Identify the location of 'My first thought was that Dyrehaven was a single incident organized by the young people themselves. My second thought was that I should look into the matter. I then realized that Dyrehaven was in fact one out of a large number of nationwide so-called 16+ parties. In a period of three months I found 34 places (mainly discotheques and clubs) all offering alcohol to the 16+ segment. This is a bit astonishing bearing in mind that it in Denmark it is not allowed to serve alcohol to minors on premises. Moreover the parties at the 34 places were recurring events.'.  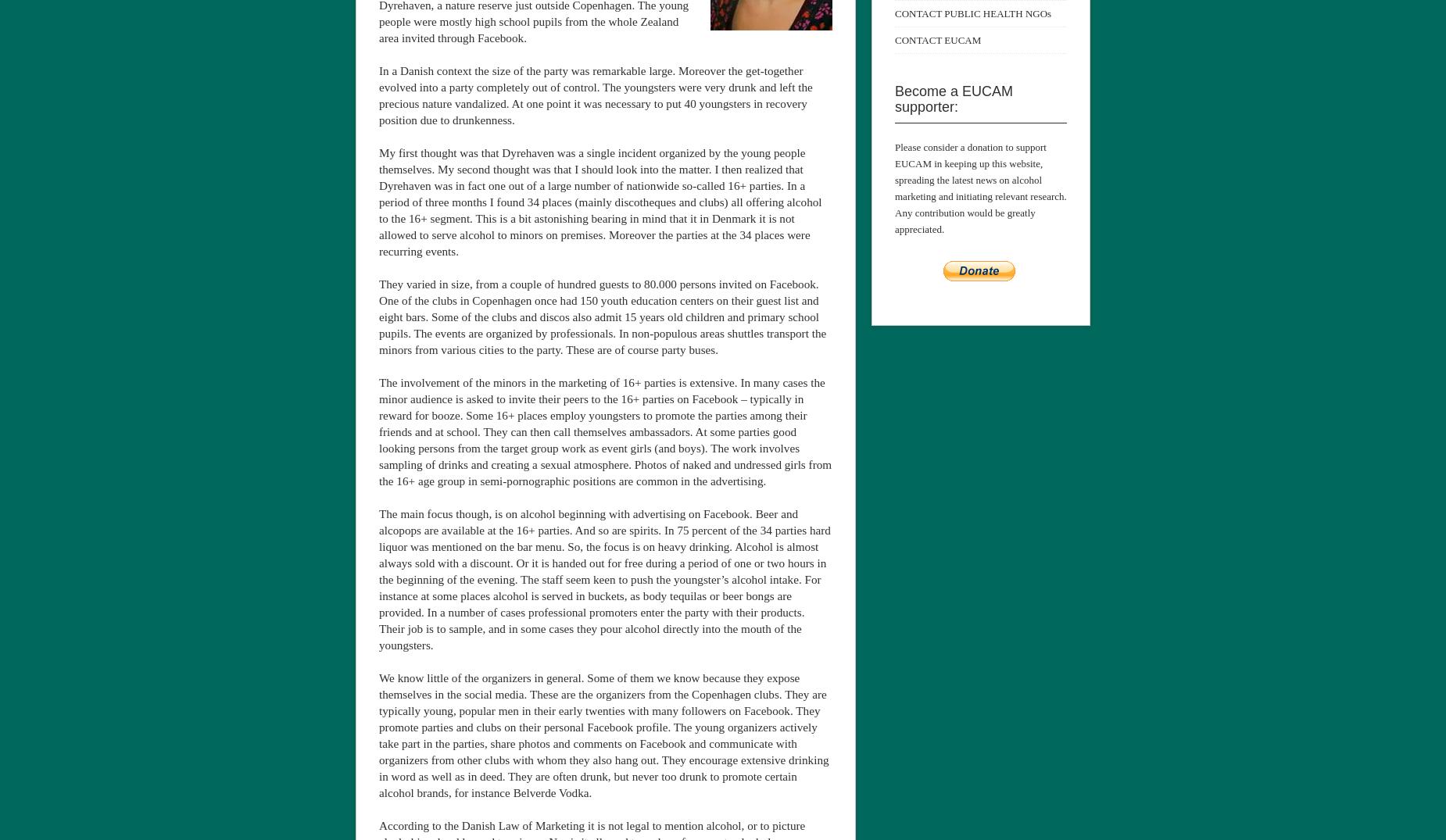
(600, 201).